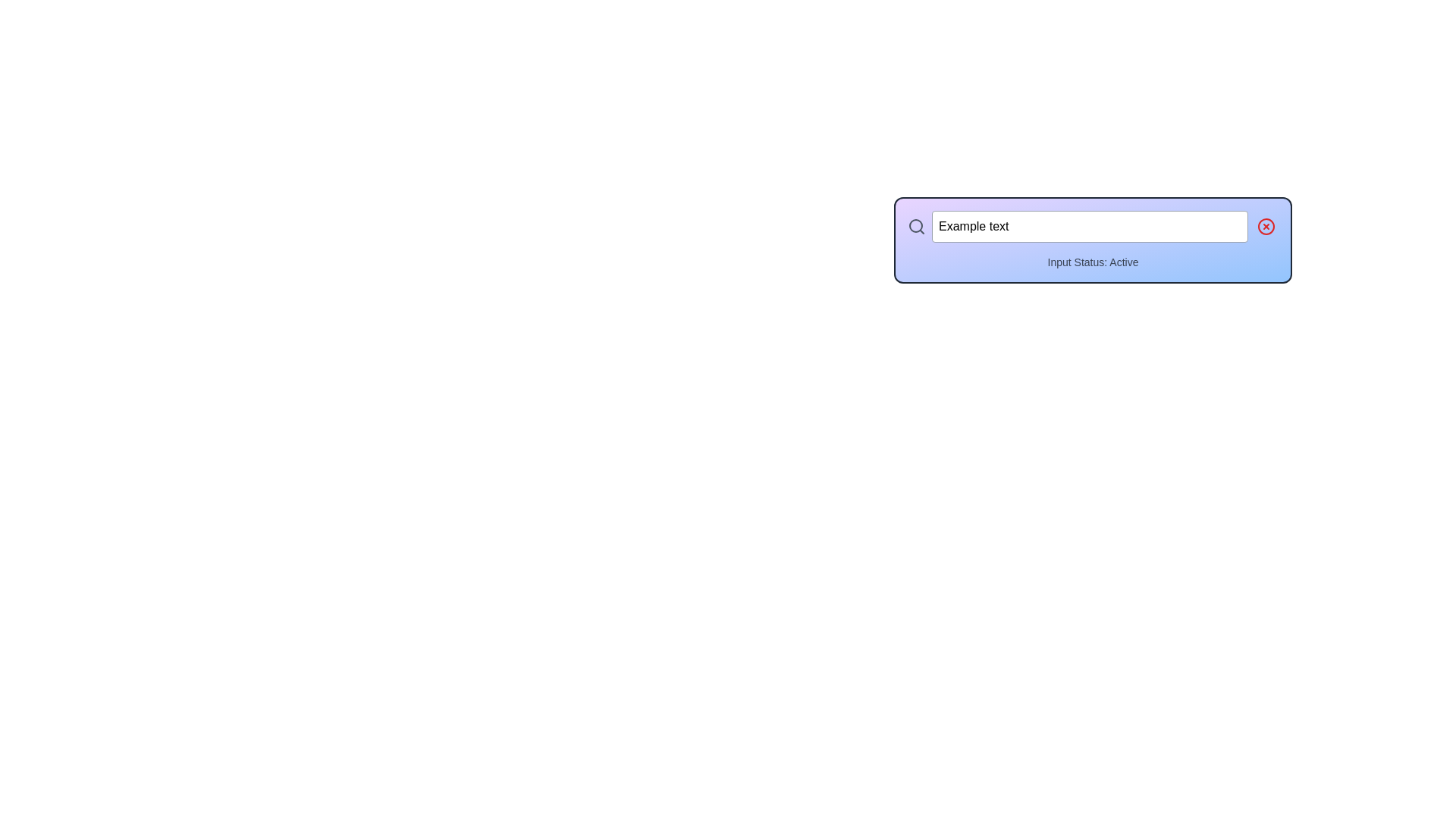 This screenshot has height=819, width=1456. Describe the element at coordinates (1266, 227) in the screenshot. I see `the close button by clicking on the circle that serves as a background or clickable area for the 'X' symbol` at that location.